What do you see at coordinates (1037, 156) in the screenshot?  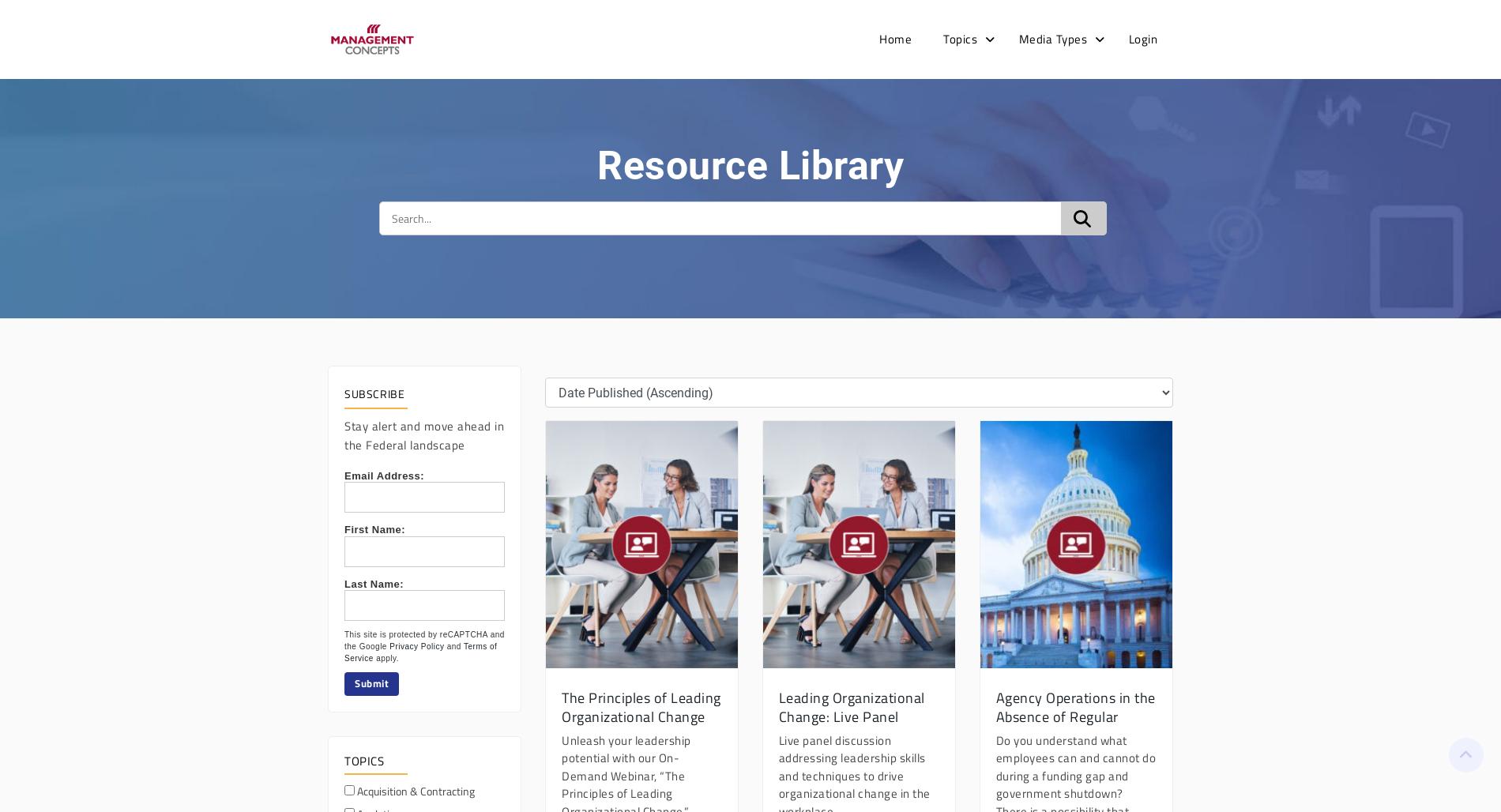 I see `'eBooks'` at bounding box center [1037, 156].